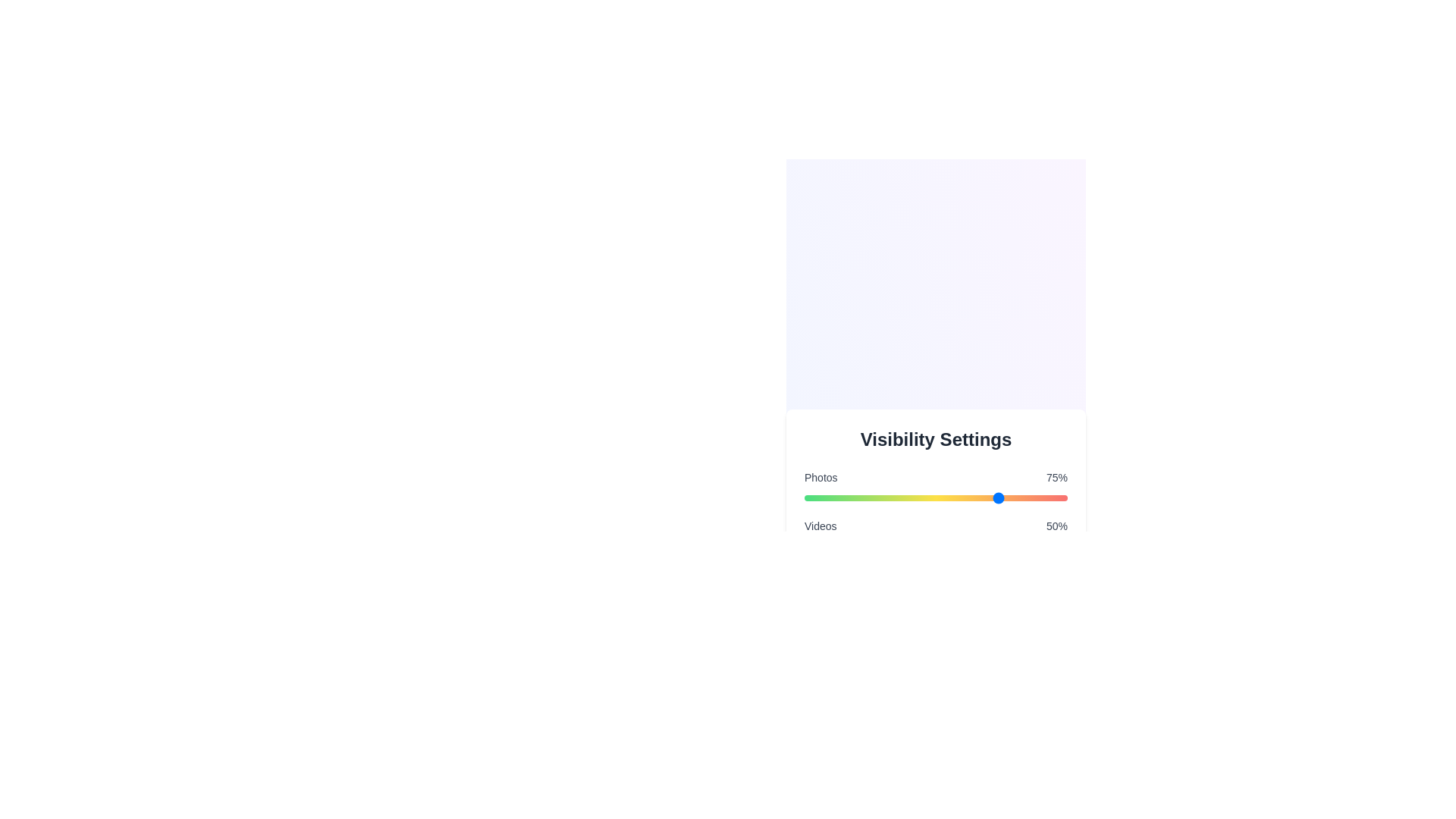 The image size is (1456, 819). What do you see at coordinates (822, 497) in the screenshot?
I see `the visibility percentage for a category by setting the slider to 7` at bounding box center [822, 497].